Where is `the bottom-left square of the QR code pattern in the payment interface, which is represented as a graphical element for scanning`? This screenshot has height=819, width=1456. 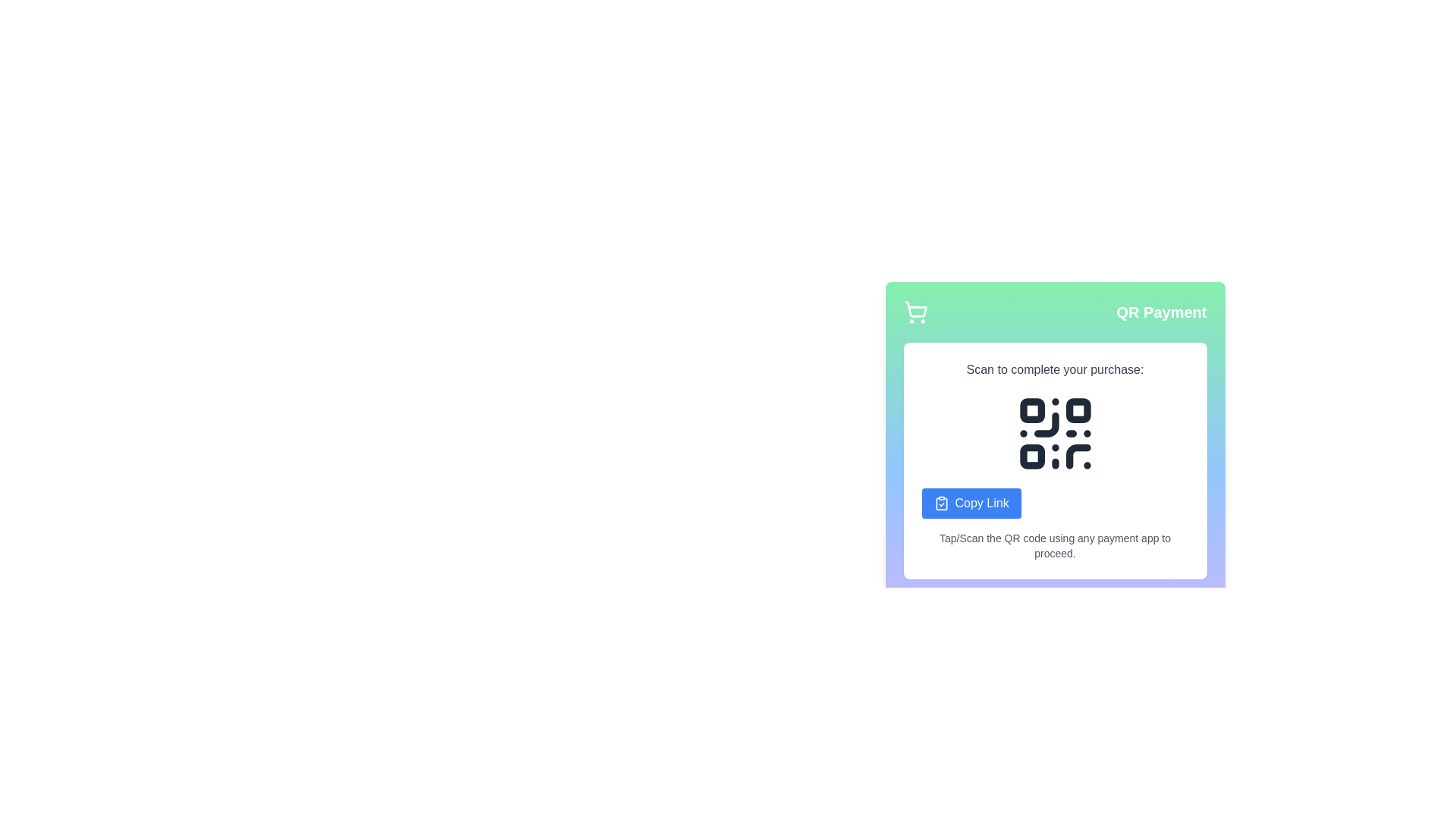
the bottom-left square of the QR code pattern in the payment interface, which is represented as a graphical element for scanning is located at coordinates (1031, 456).